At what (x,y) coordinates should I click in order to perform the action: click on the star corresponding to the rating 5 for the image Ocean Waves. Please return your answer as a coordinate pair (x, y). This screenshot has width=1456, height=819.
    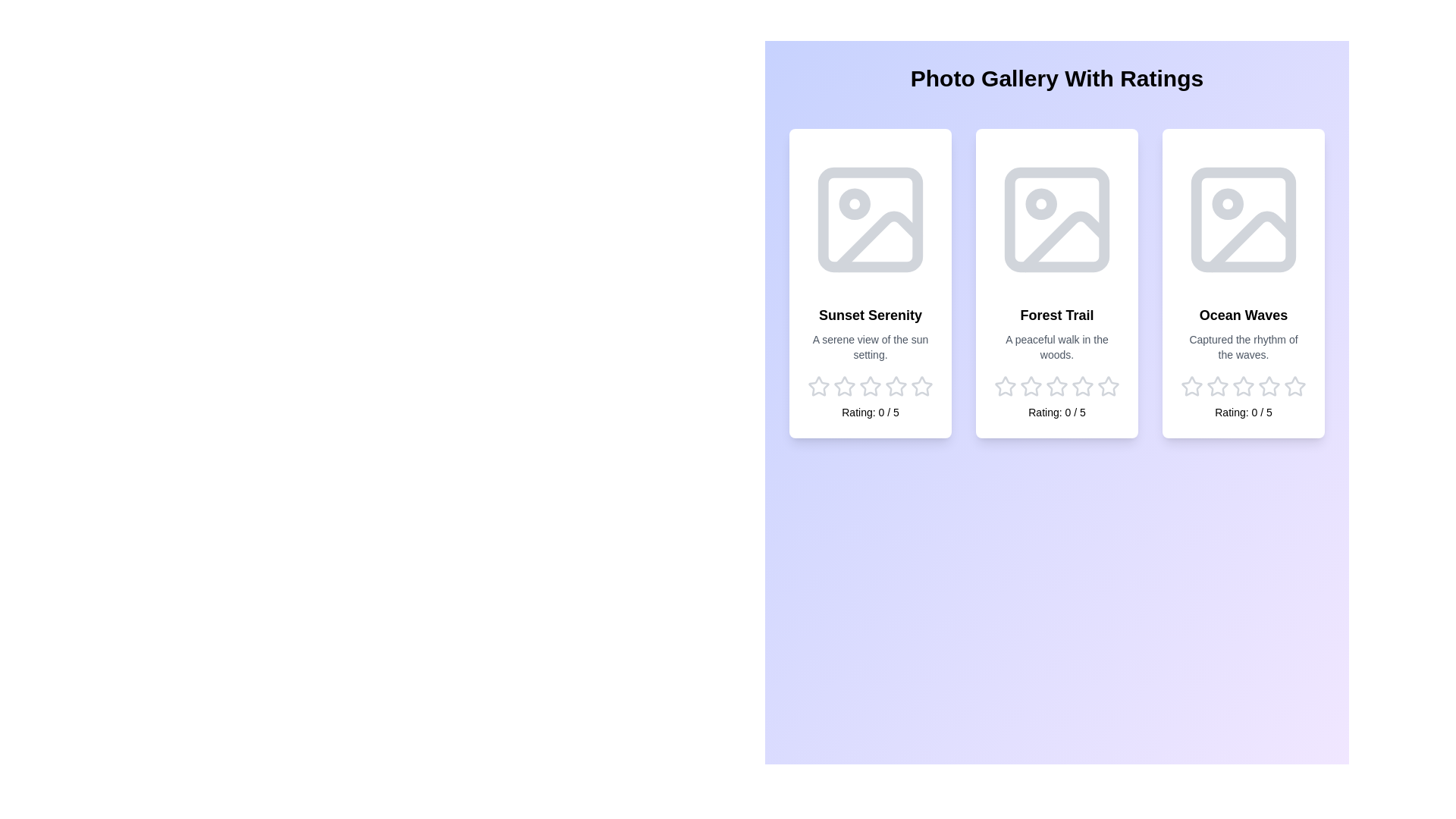
    Looking at the image, I should click on (1294, 385).